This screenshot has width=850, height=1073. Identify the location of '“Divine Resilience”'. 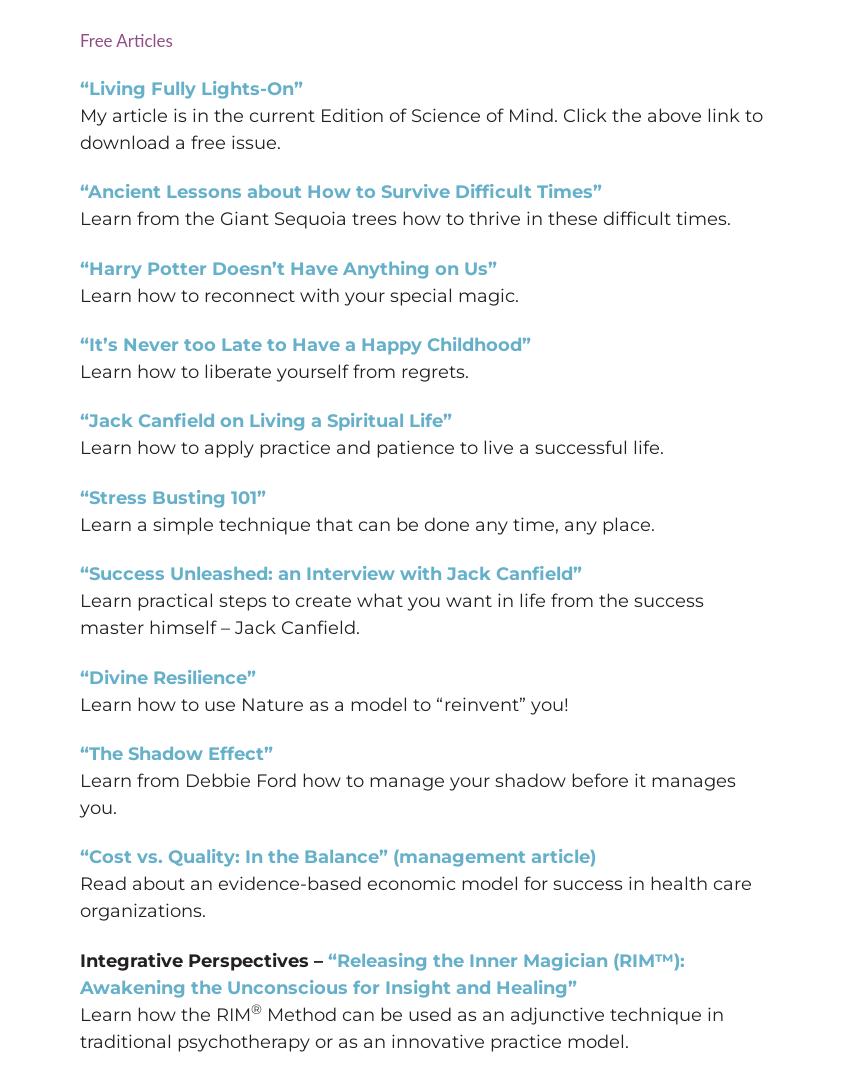
(167, 676).